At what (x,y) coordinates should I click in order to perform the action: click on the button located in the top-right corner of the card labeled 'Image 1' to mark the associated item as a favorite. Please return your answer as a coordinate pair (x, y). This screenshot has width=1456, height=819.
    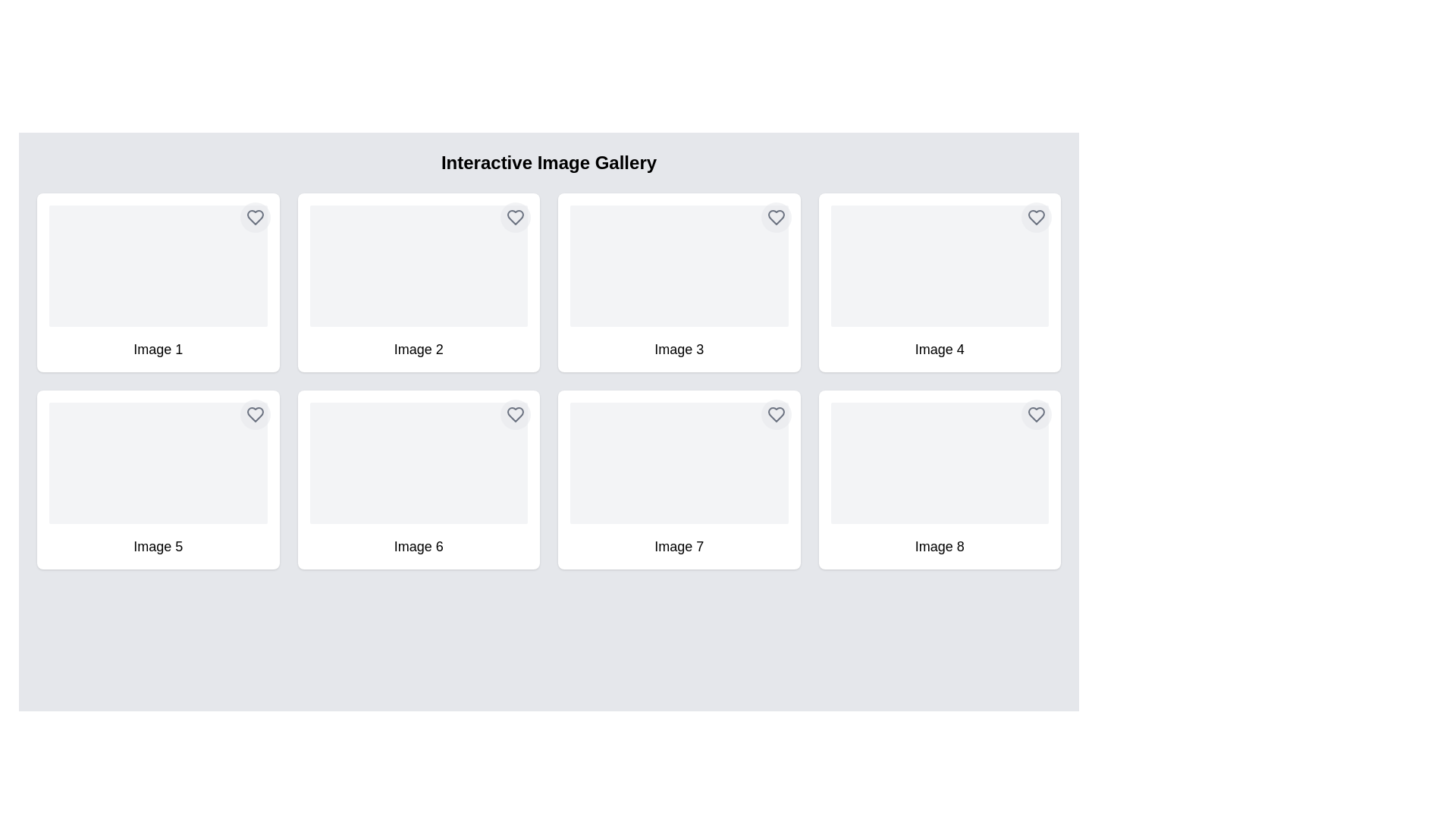
    Looking at the image, I should click on (255, 217).